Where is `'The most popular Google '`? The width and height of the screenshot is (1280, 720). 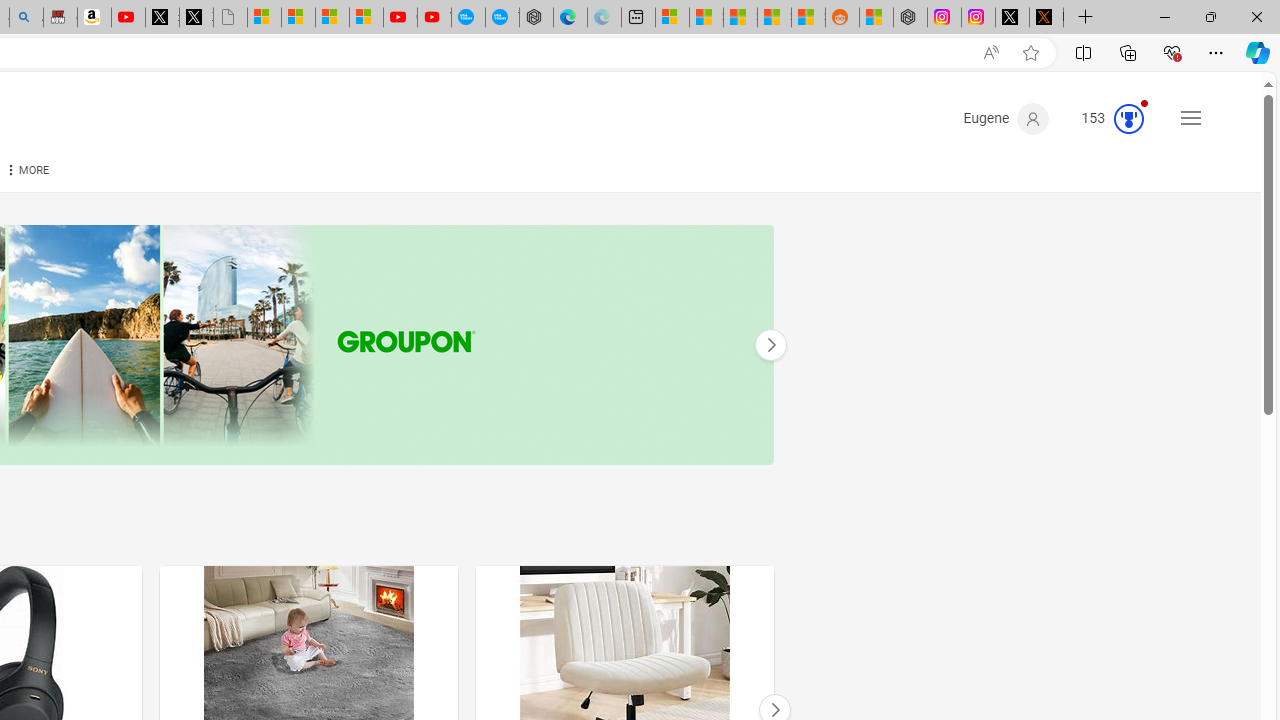 'The most popular Google ' is located at coordinates (502, 17).